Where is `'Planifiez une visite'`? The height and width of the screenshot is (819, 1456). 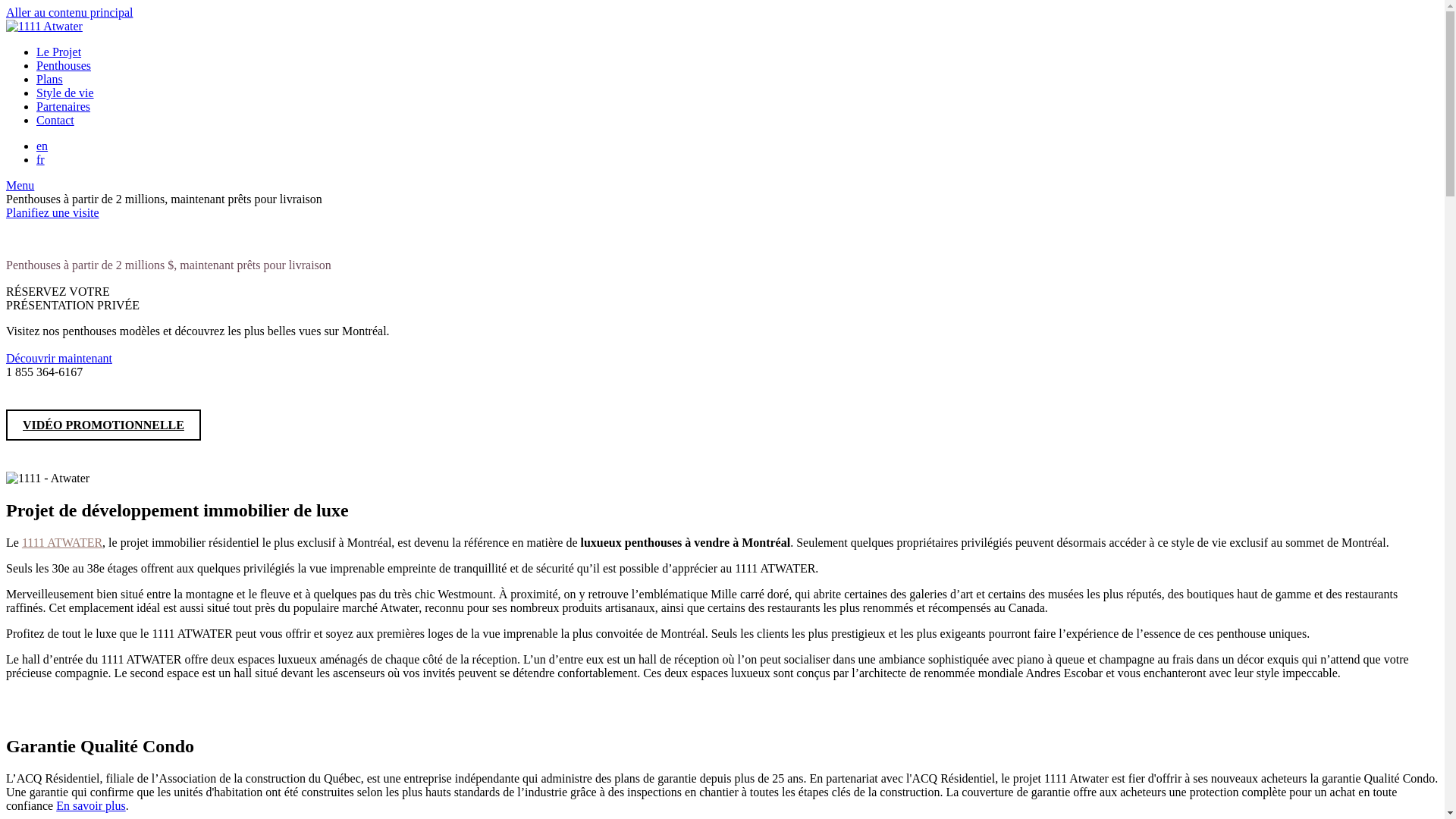
'Planifiez une visite' is located at coordinates (52, 212).